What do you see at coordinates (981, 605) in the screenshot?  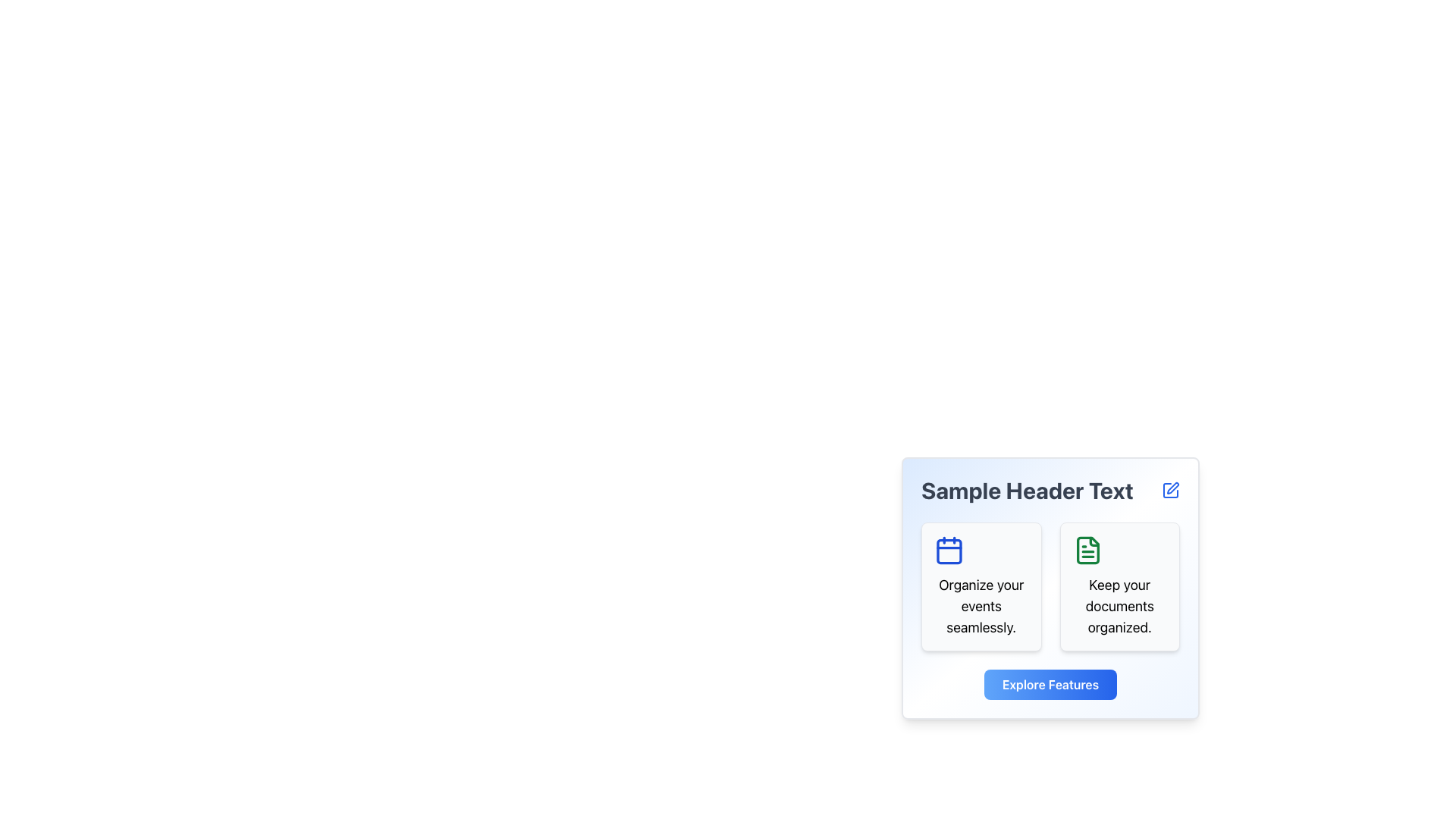 I see `the static text element that reads 'Organize your events seamlessly.' which is styled in a large font and positioned below a calendar icon` at bounding box center [981, 605].